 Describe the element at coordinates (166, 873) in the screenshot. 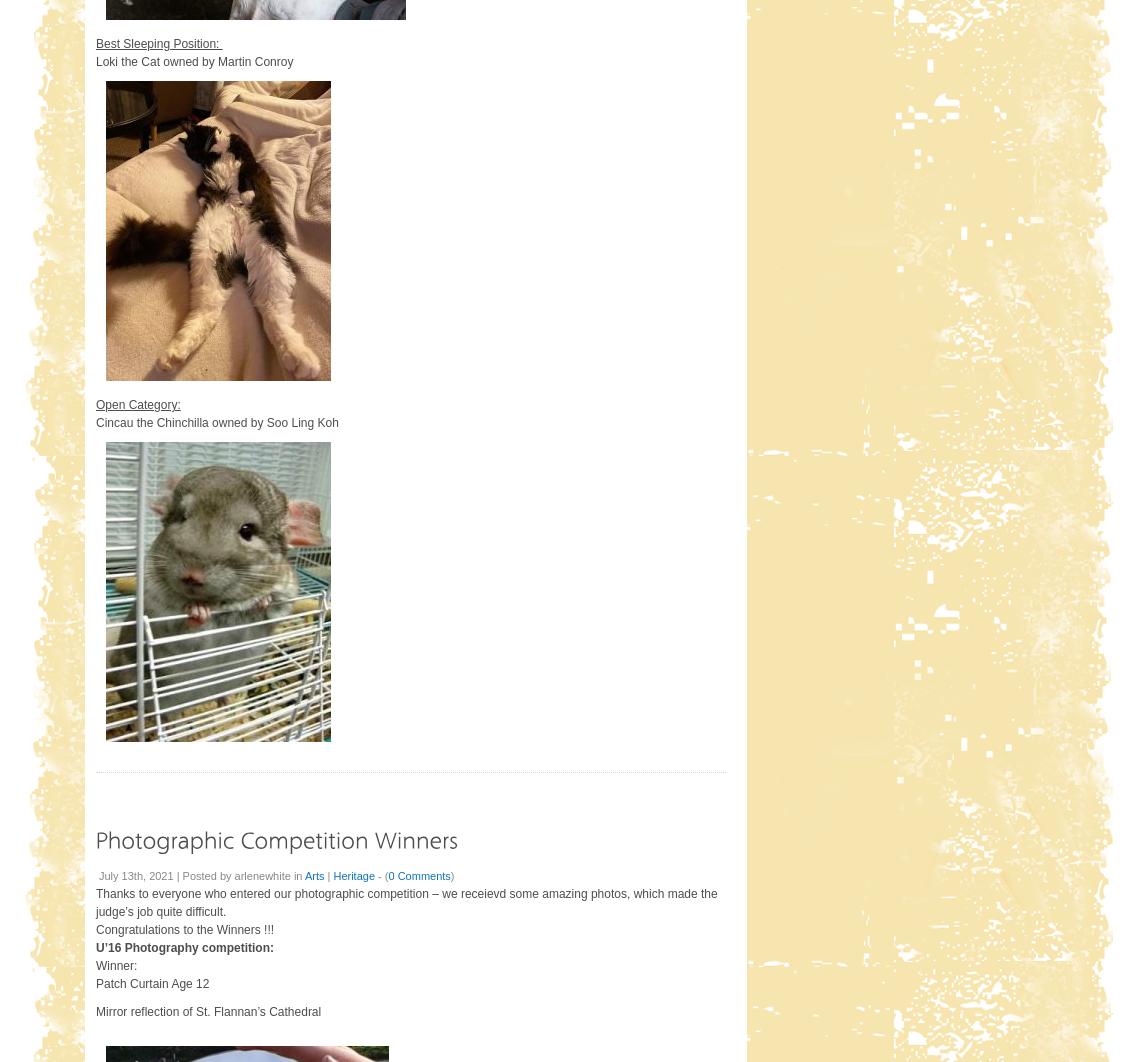

I see `'July 13th, 2021 | Posted by'` at that location.